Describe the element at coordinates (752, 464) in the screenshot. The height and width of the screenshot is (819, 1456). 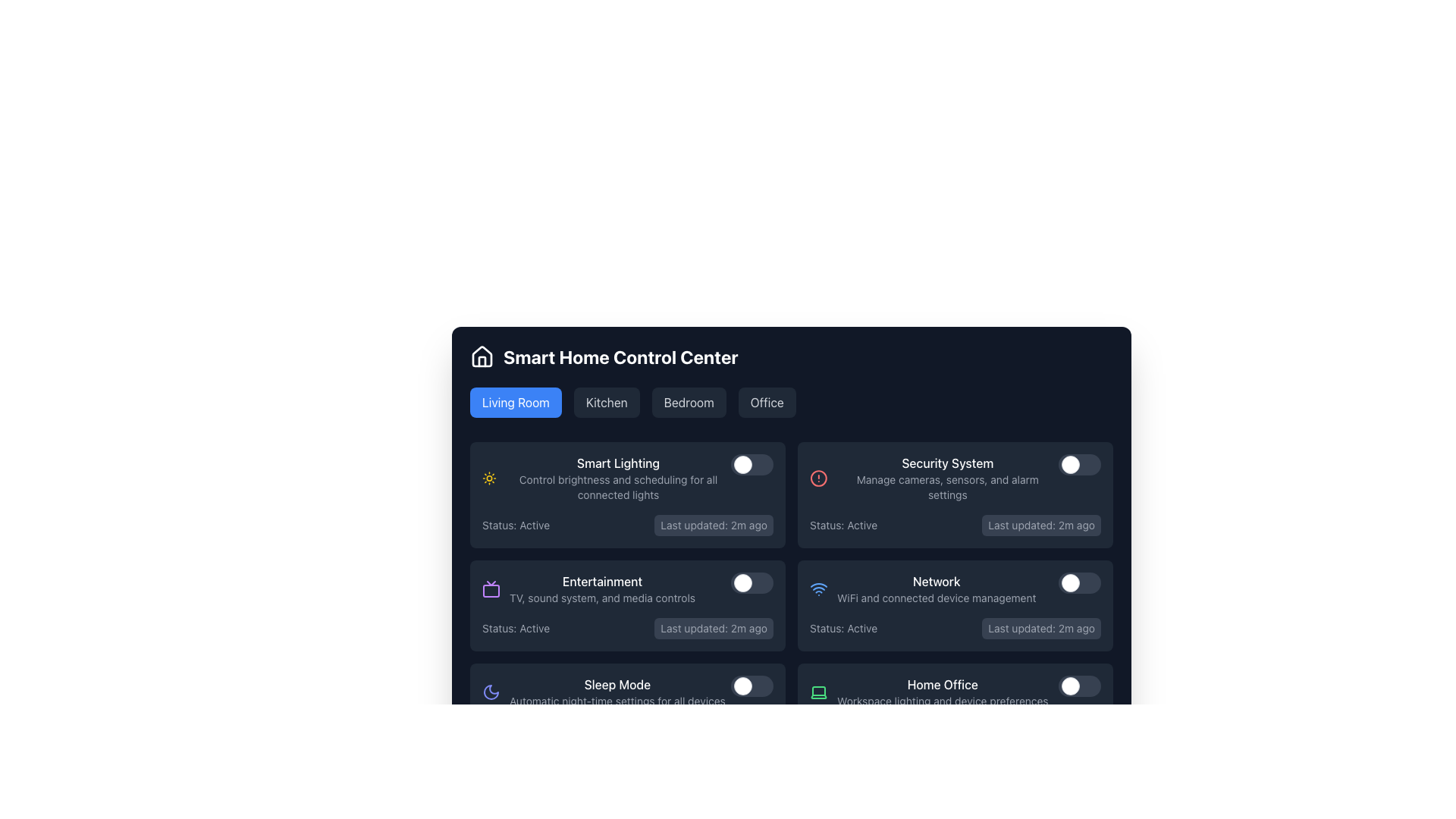
I see `the toggle switch for the 'Smart Lighting' feature to switch its state between on and off` at that location.